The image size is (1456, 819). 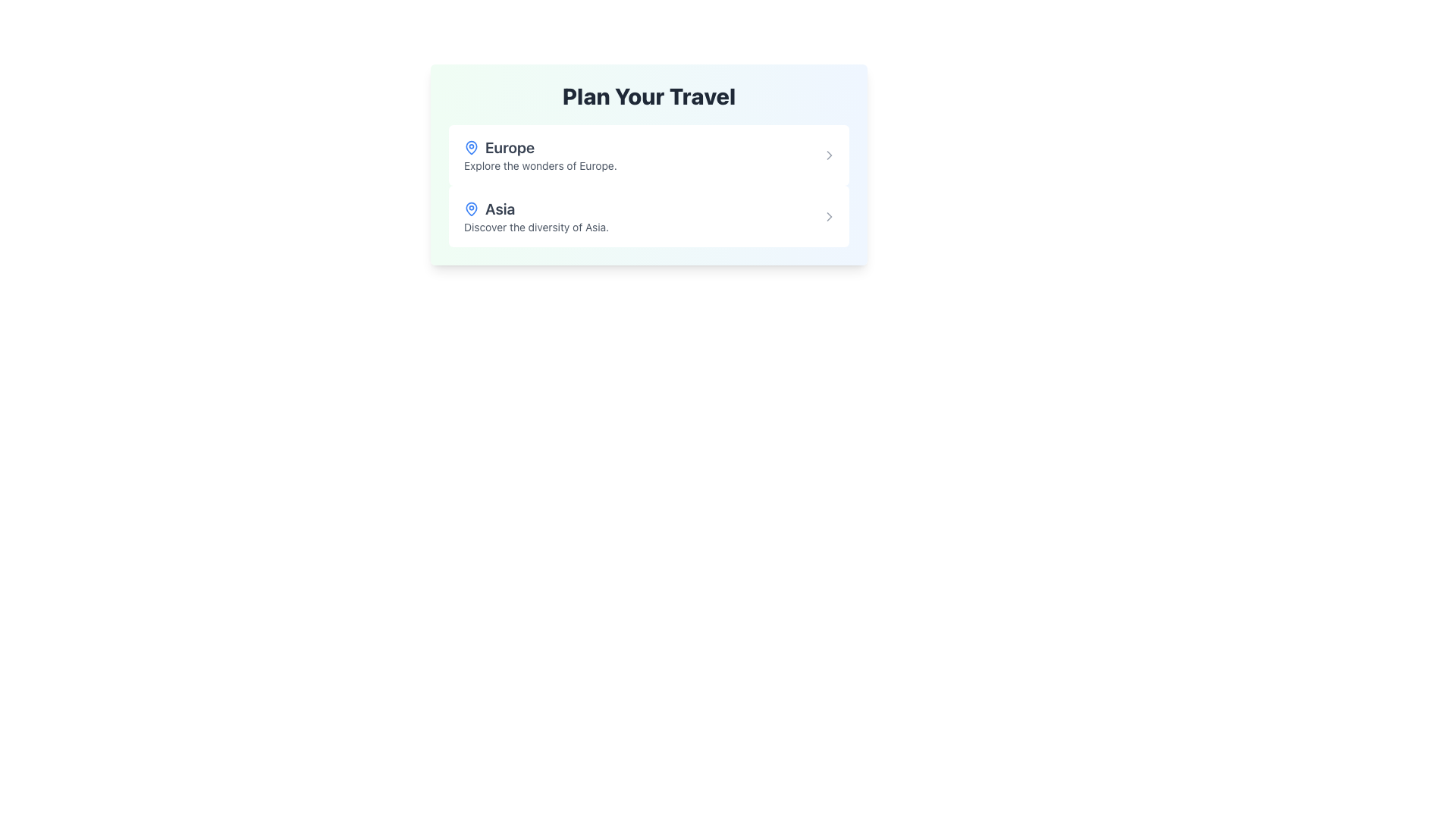 What do you see at coordinates (540, 155) in the screenshot?
I see `the first button-like list item under the 'Plan Your Travel' header` at bounding box center [540, 155].